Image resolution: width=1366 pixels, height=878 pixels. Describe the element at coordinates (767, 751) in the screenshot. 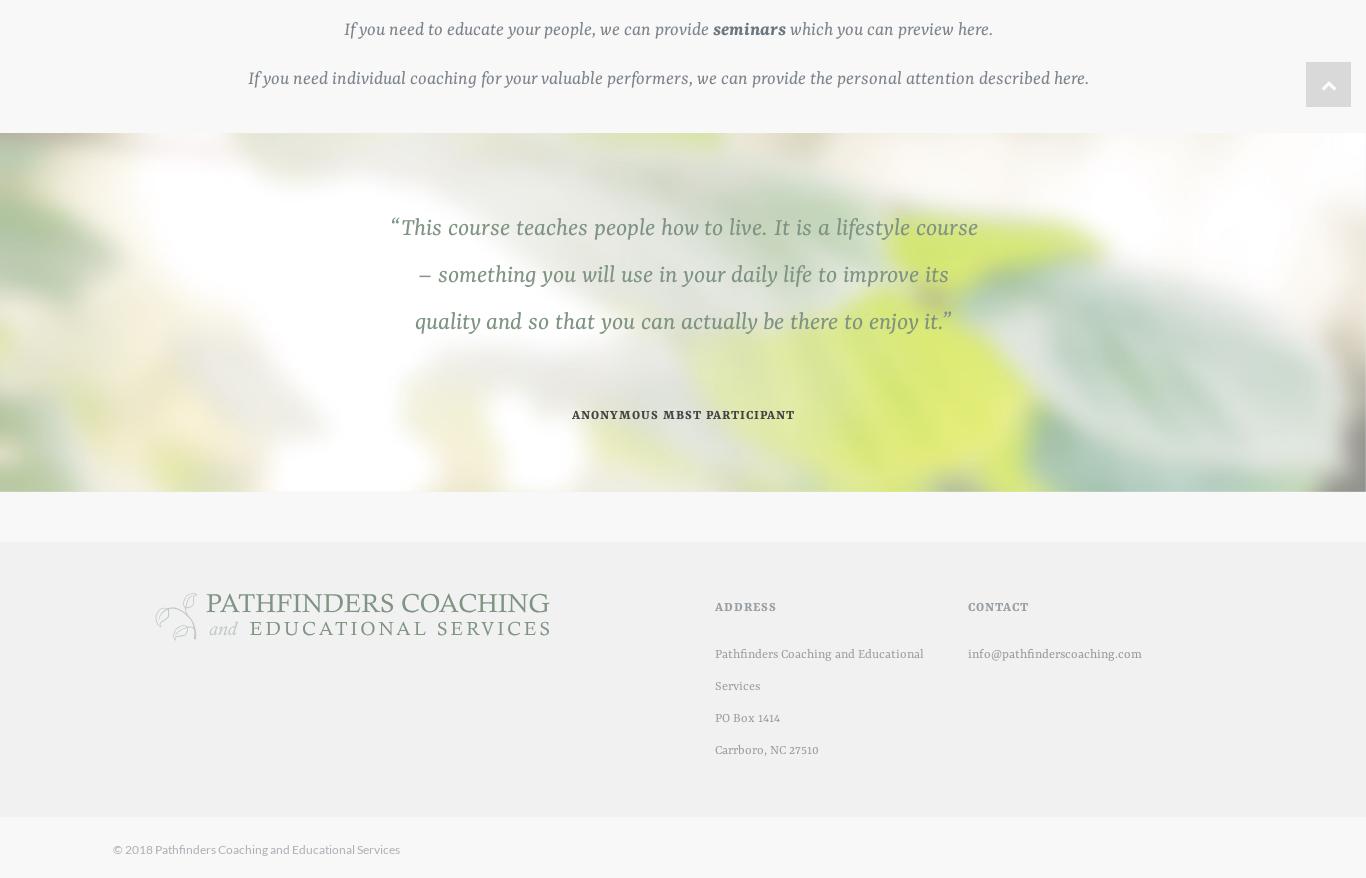

I see `'Carrboro, NC 27510'` at that location.